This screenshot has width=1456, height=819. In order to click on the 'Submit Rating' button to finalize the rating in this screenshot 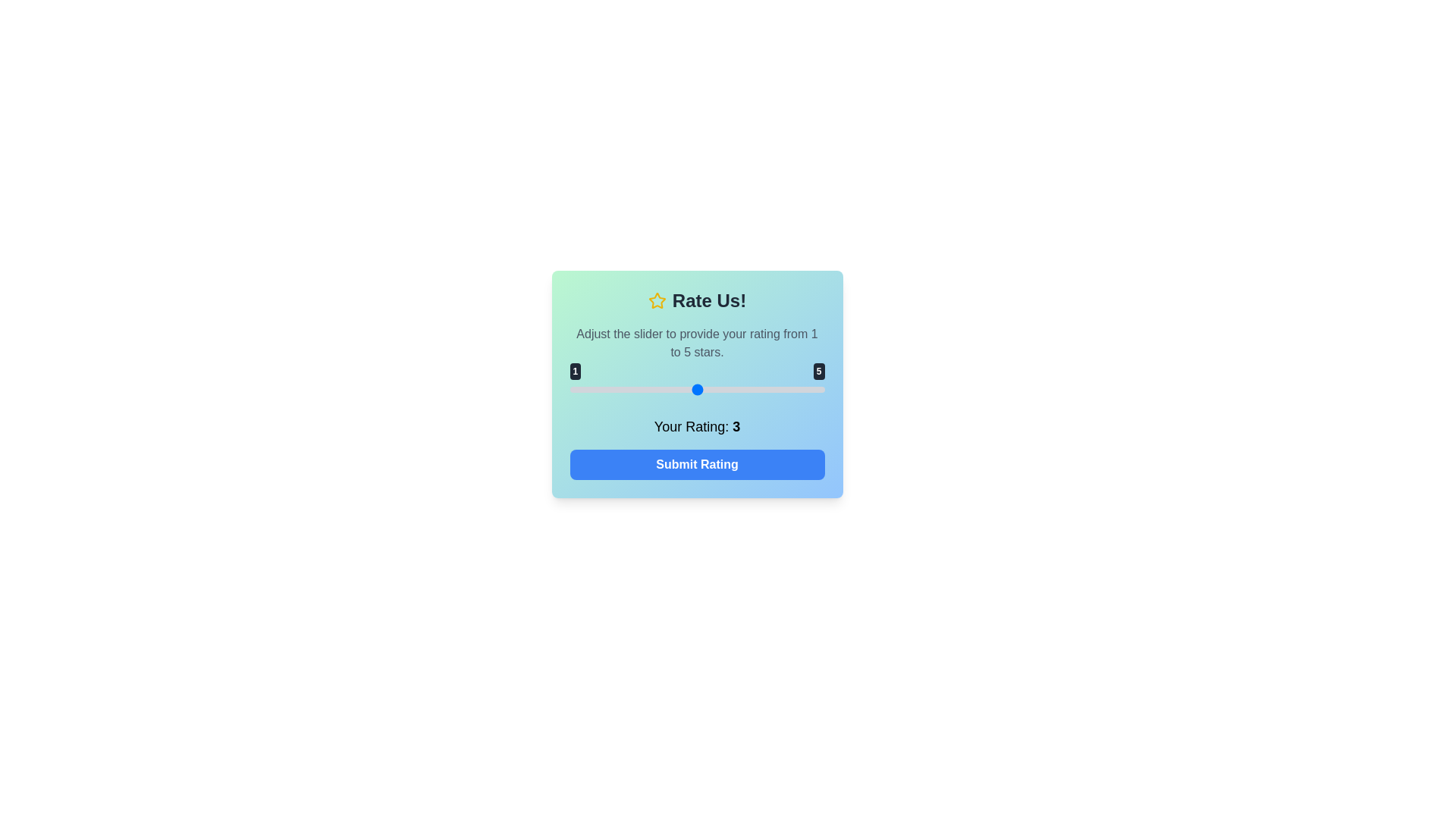, I will do `click(696, 464)`.